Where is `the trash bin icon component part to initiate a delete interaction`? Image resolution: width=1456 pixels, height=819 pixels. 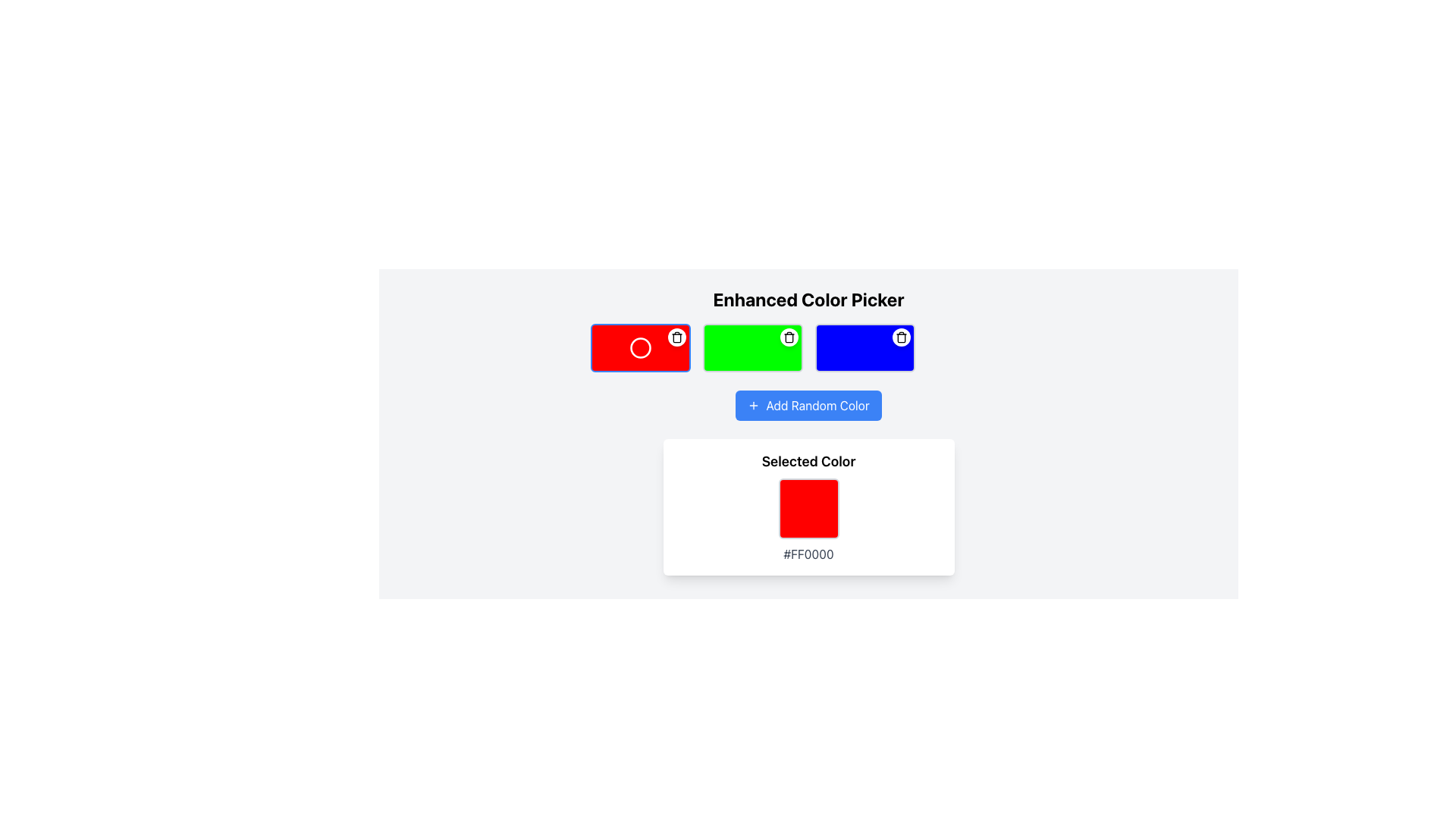 the trash bin icon component part to initiate a delete interaction is located at coordinates (789, 337).